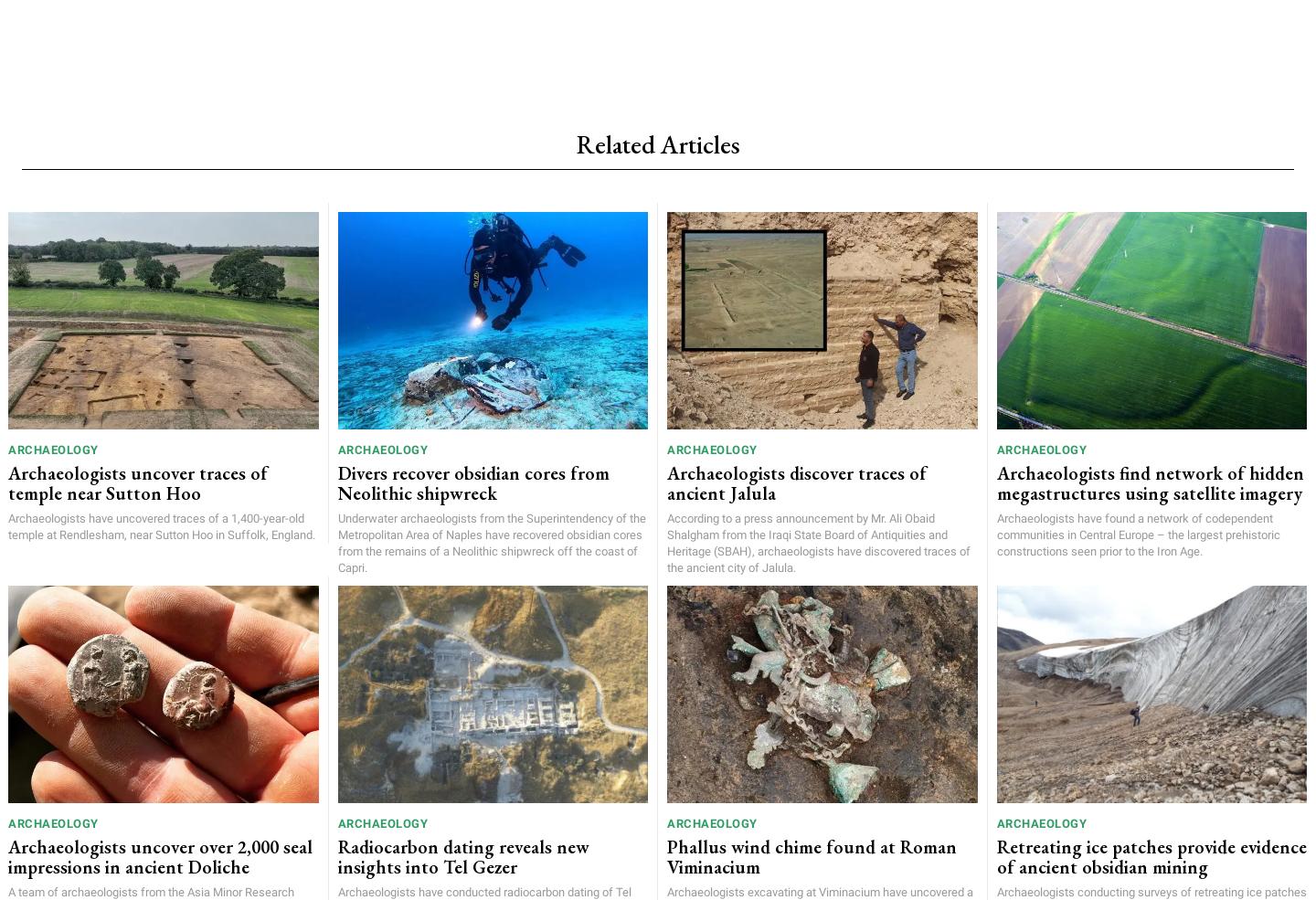  Describe the element at coordinates (137, 482) in the screenshot. I see `'Archaeologists uncover traces of temple near Sutton Hoo'` at that location.